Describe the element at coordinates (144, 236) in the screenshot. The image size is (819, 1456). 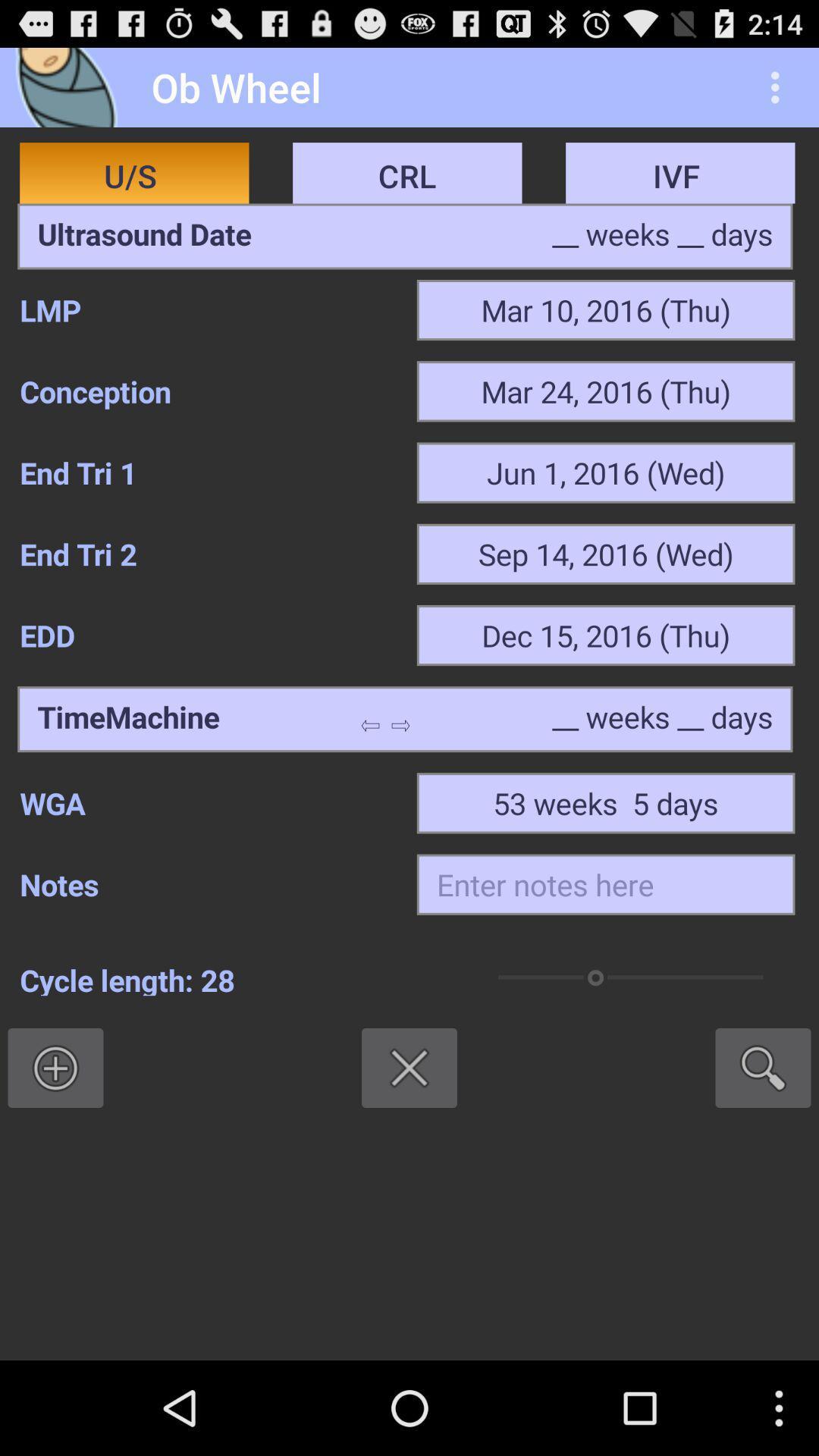
I see `ultrasound date` at that location.